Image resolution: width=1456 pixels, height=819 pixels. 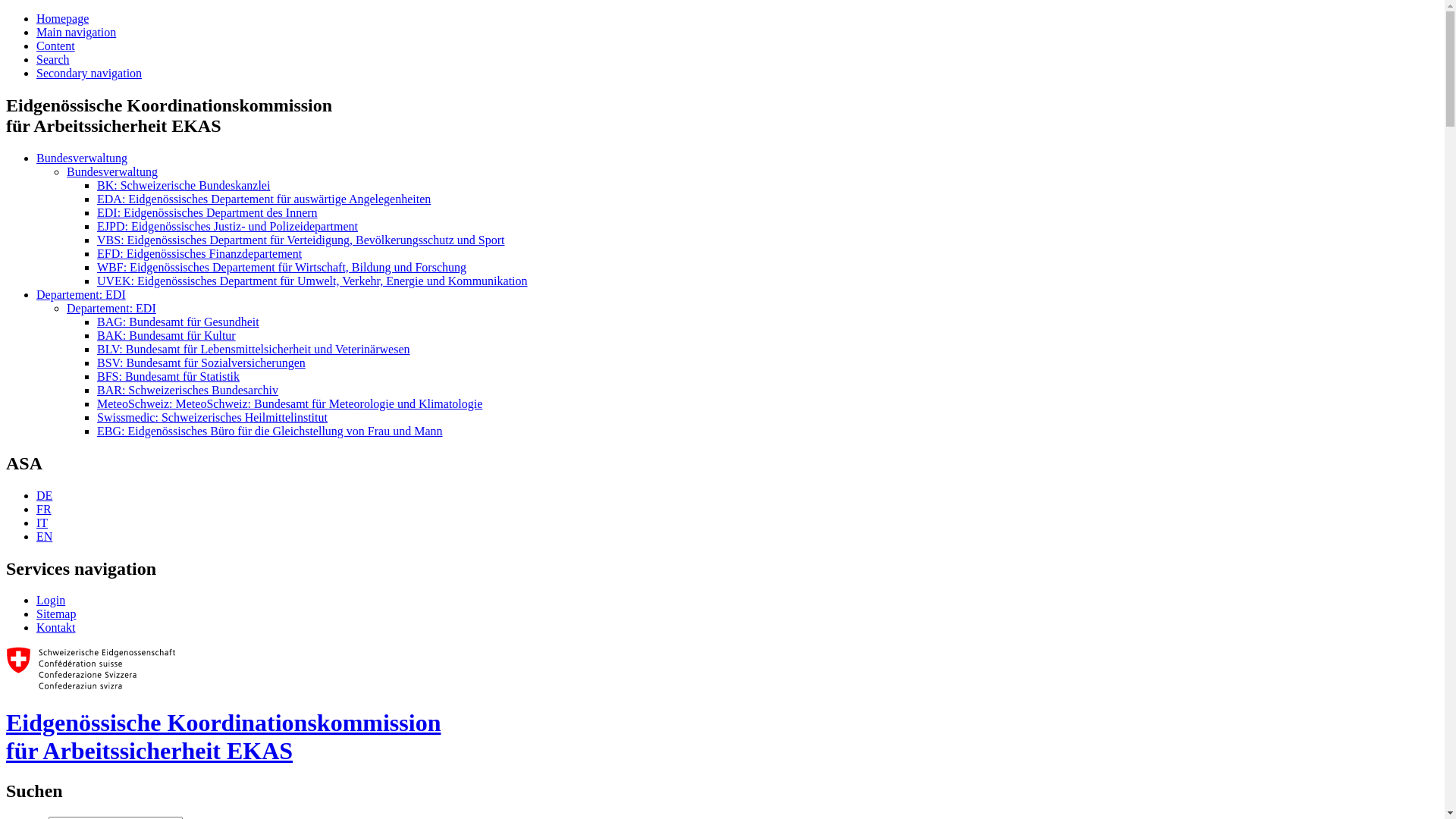 I want to click on 'IT', so click(x=42, y=522).